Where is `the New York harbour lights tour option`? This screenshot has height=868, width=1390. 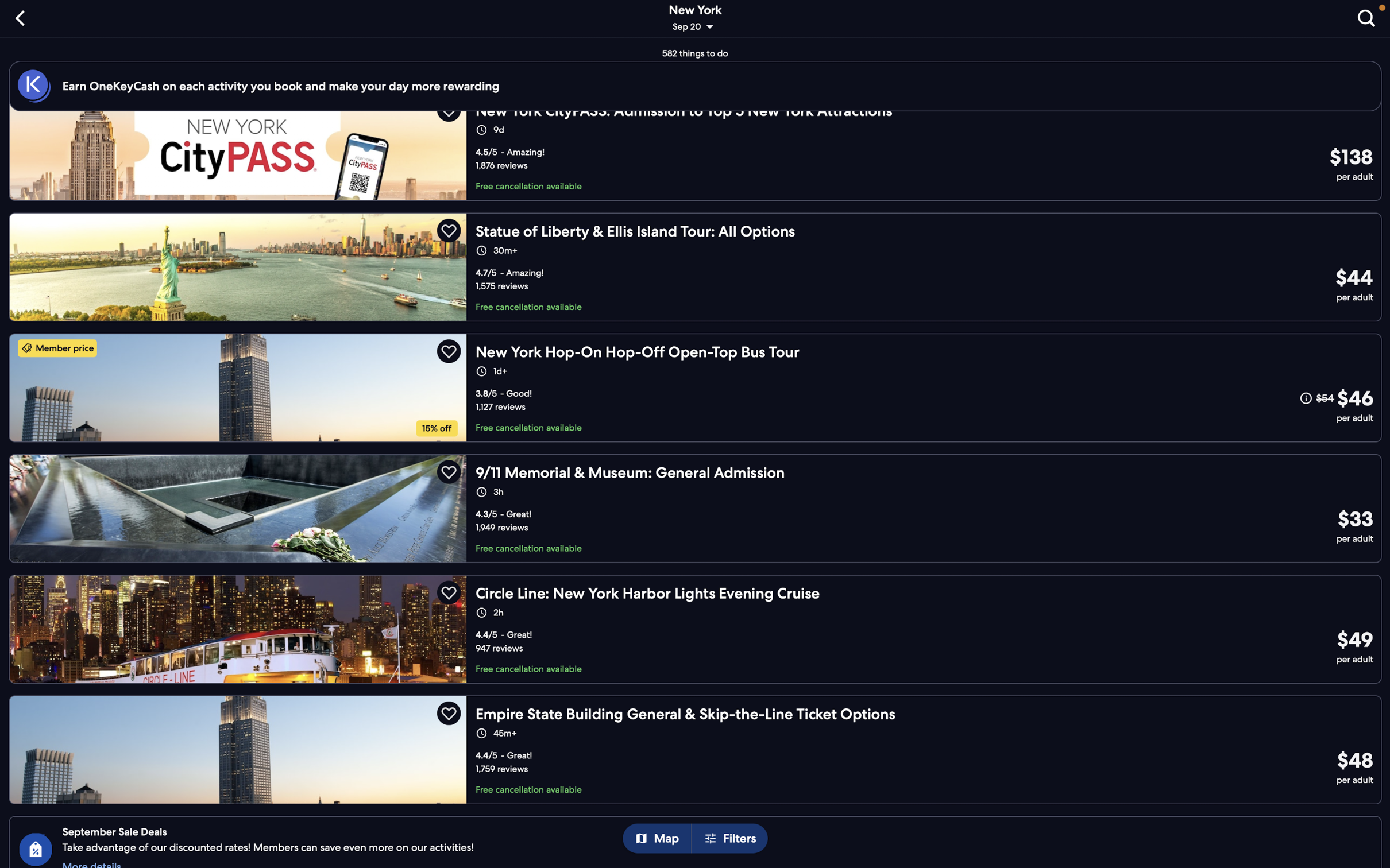 the New York harbour lights tour option is located at coordinates (699, 625).